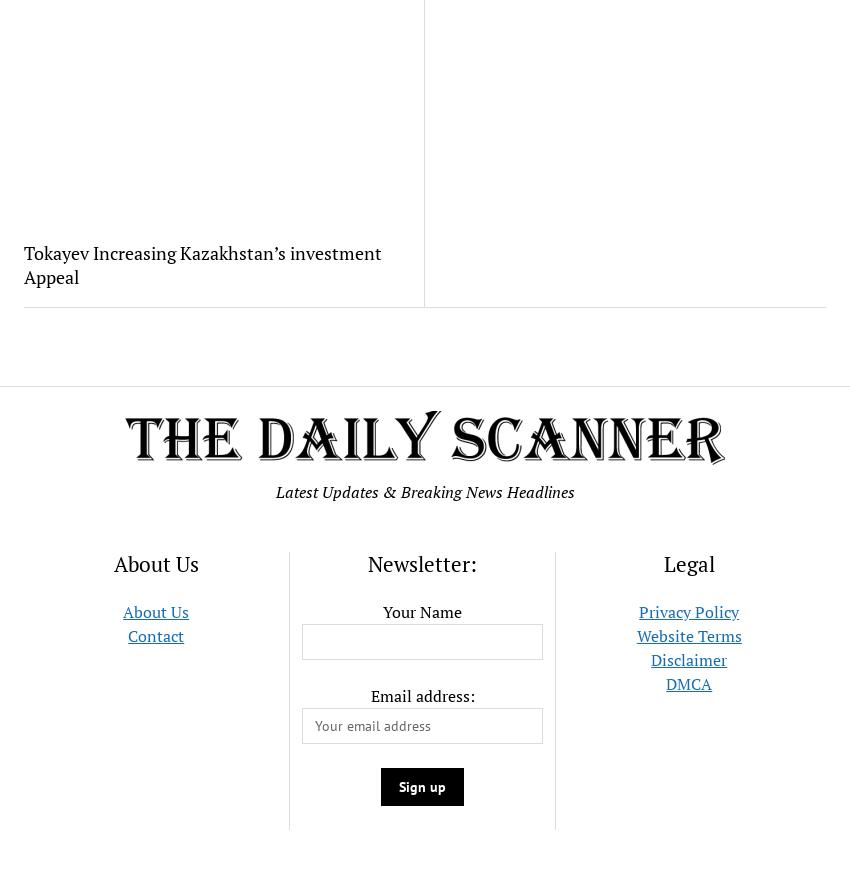 The height and width of the screenshot is (893, 850). What do you see at coordinates (155, 635) in the screenshot?
I see `'Contact'` at bounding box center [155, 635].